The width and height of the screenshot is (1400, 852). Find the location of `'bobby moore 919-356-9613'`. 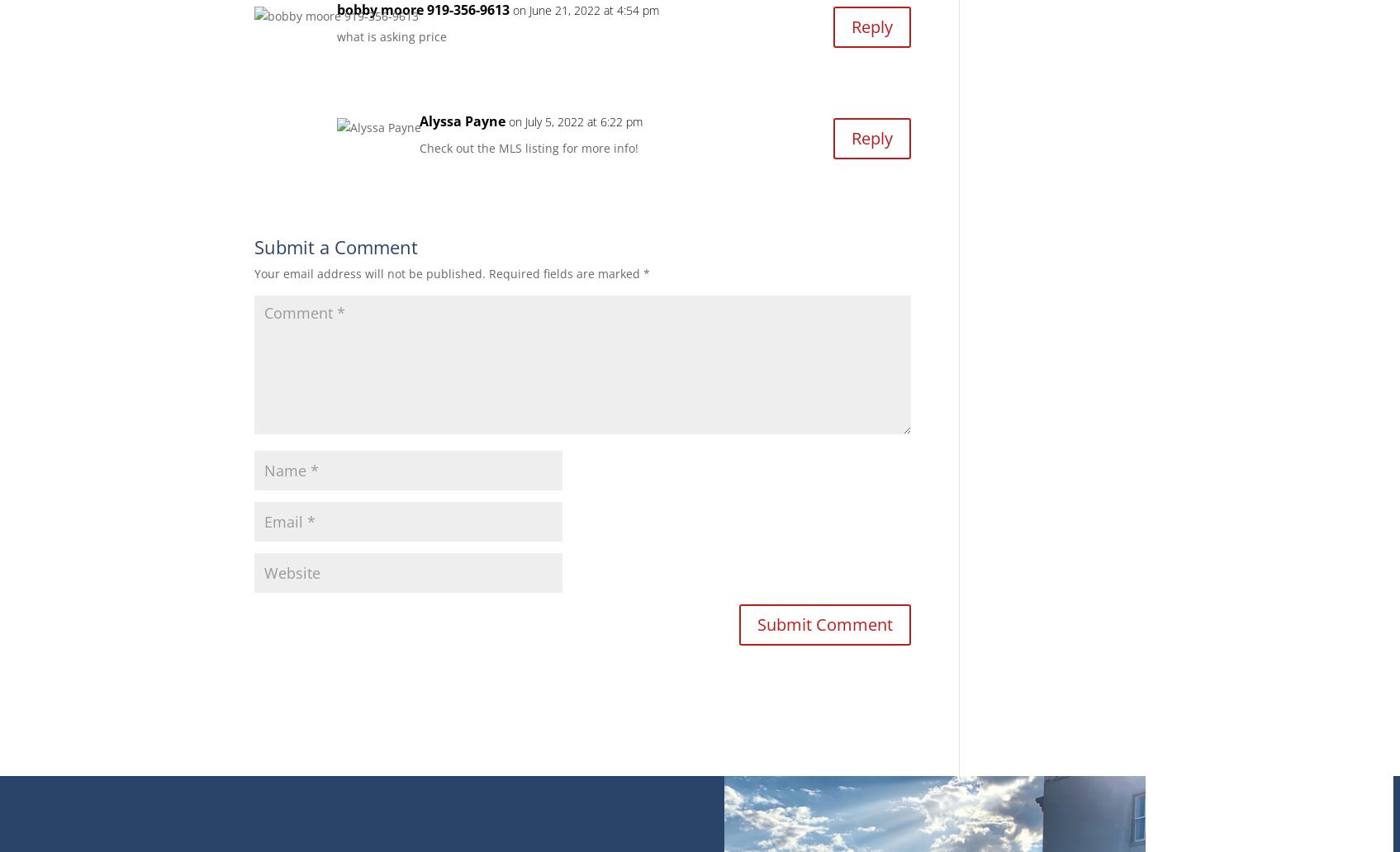

'bobby moore 919-356-9613' is located at coordinates (335, 9).